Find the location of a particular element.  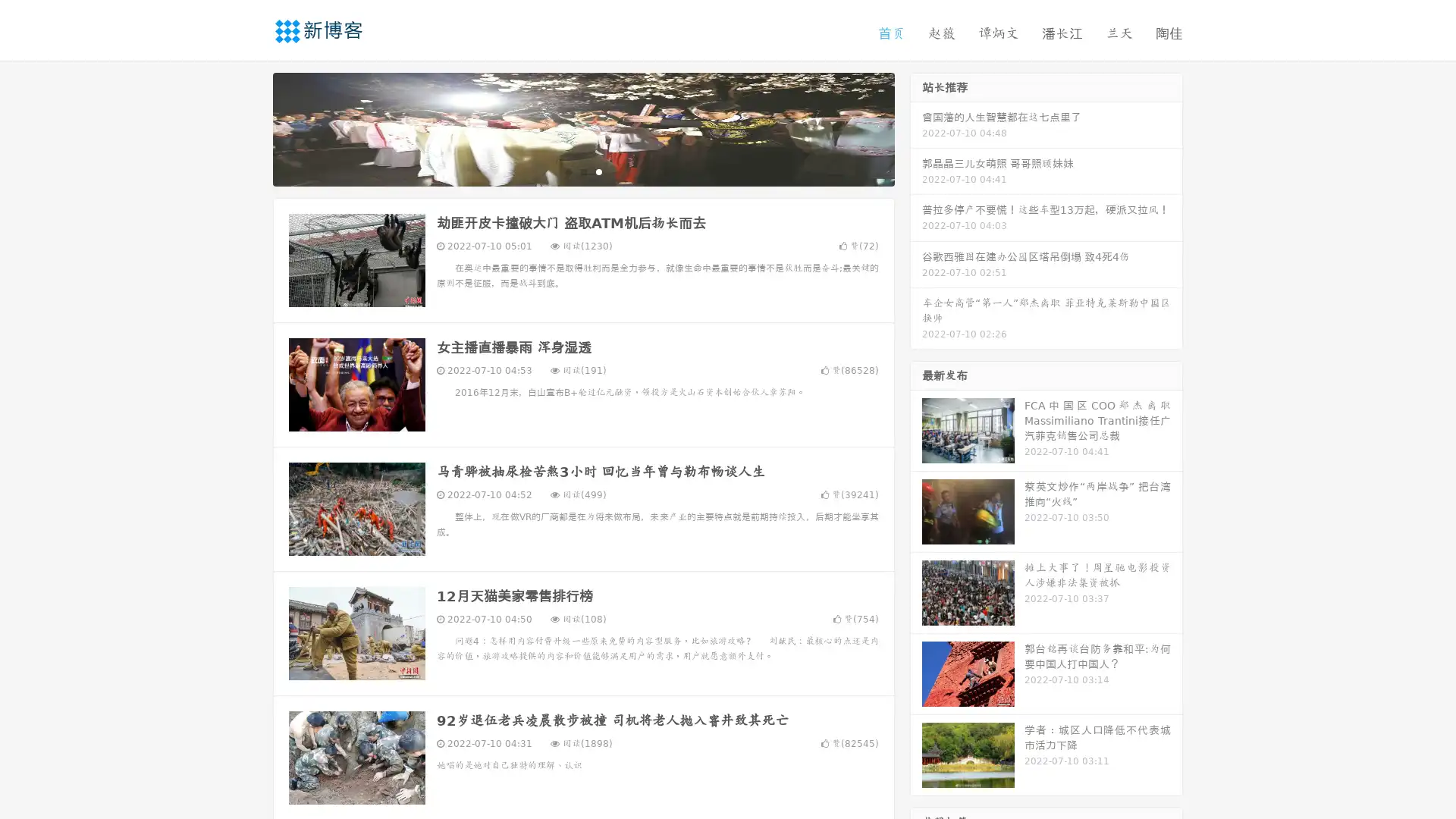

Go to slide 1 is located at coordinates (567, 171).